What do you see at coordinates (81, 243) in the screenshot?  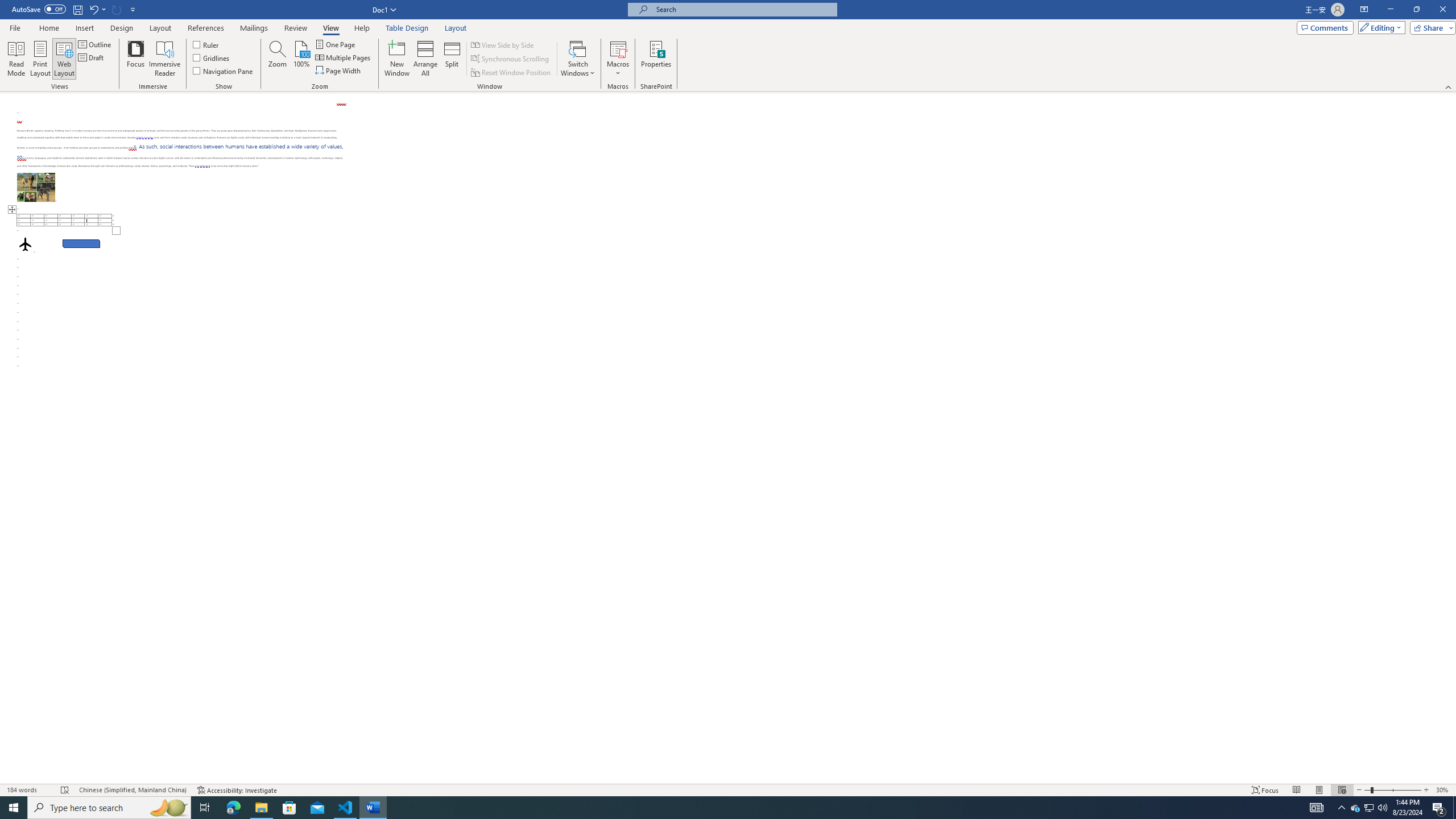 I see `'Rectangle: Diagonal Corners Snipped 2'` at bounding box center [81, 243].